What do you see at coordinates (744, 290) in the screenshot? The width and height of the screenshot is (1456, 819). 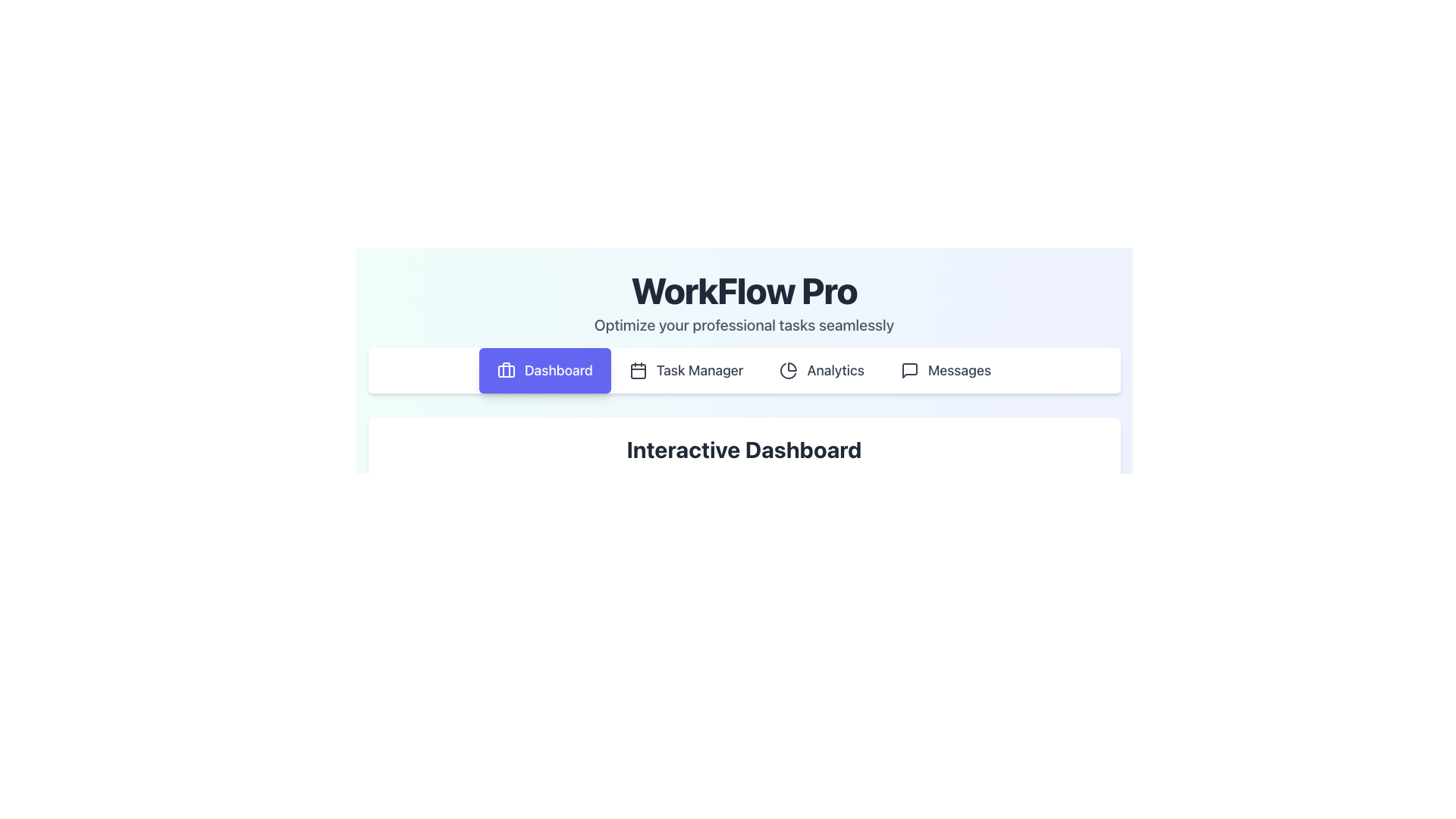 I see `the main title or heading element located at the top center of the page, which provides context about the application, positioned directly above the text 'Optimize your professional tasks seamlessly'` at bounding box center [744, 290].